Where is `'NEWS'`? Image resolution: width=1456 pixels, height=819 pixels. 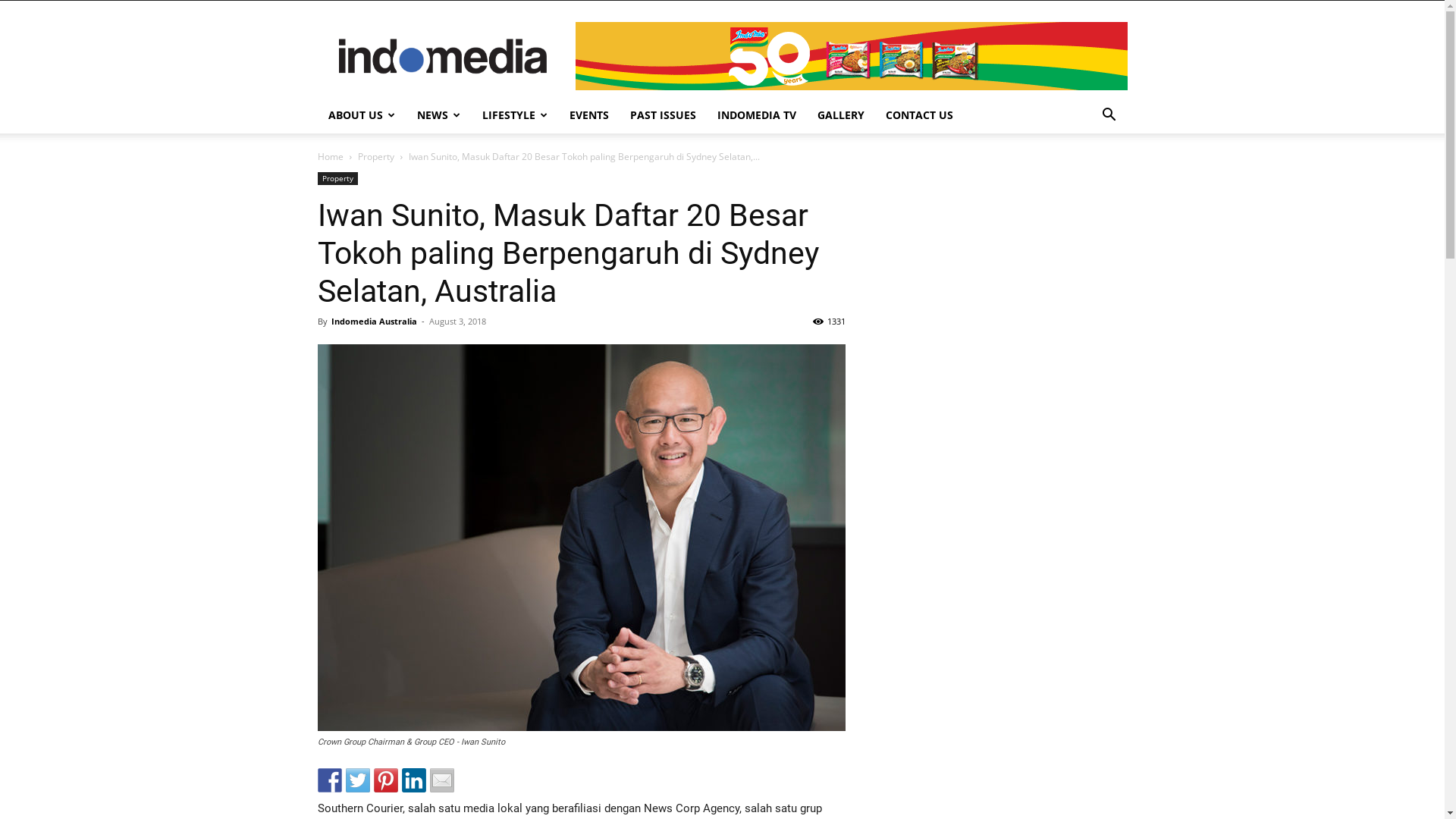 'NEWS' is located at coordinates (438, 114).